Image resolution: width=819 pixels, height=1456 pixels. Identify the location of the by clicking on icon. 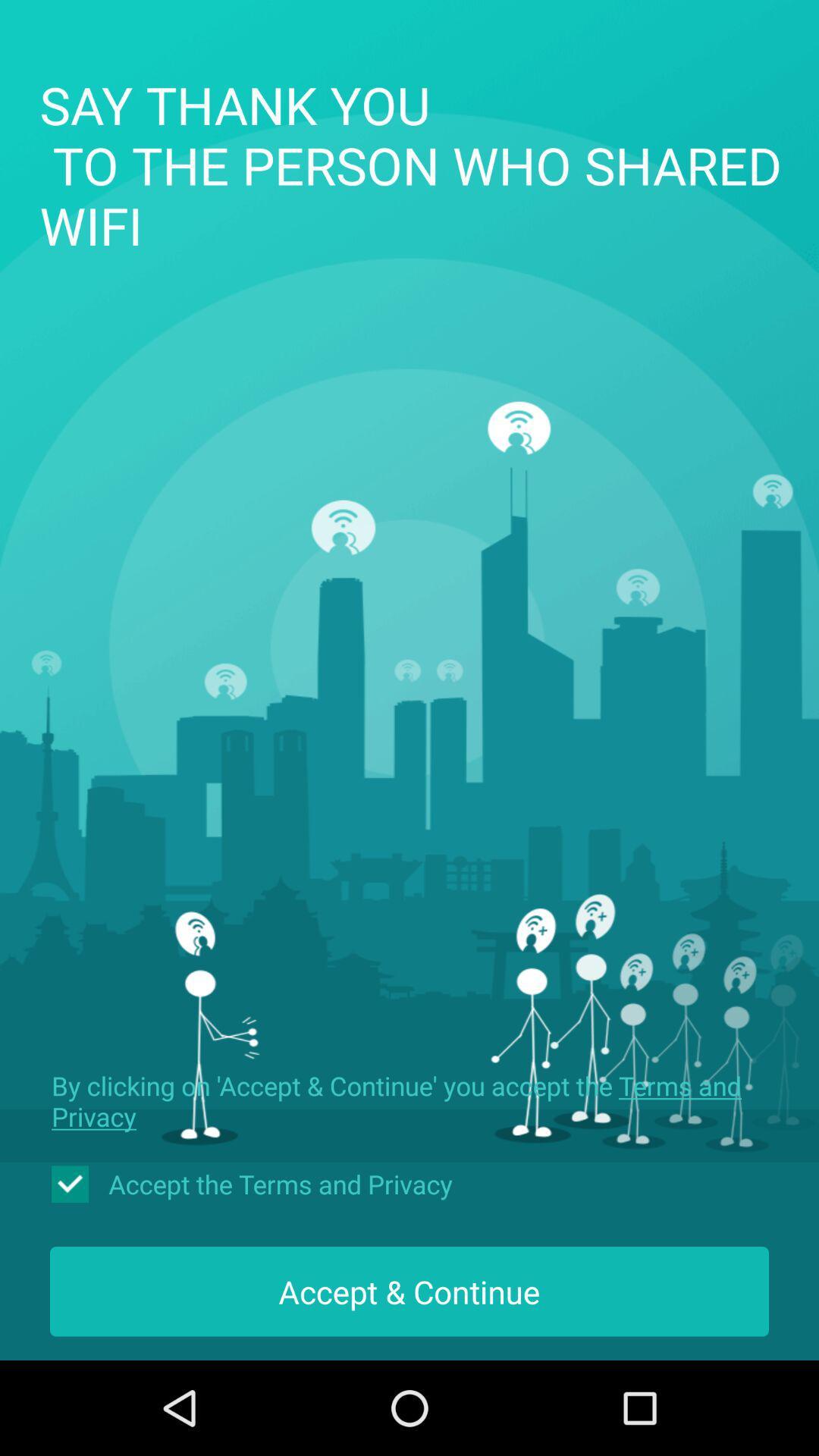
(409, 1100).